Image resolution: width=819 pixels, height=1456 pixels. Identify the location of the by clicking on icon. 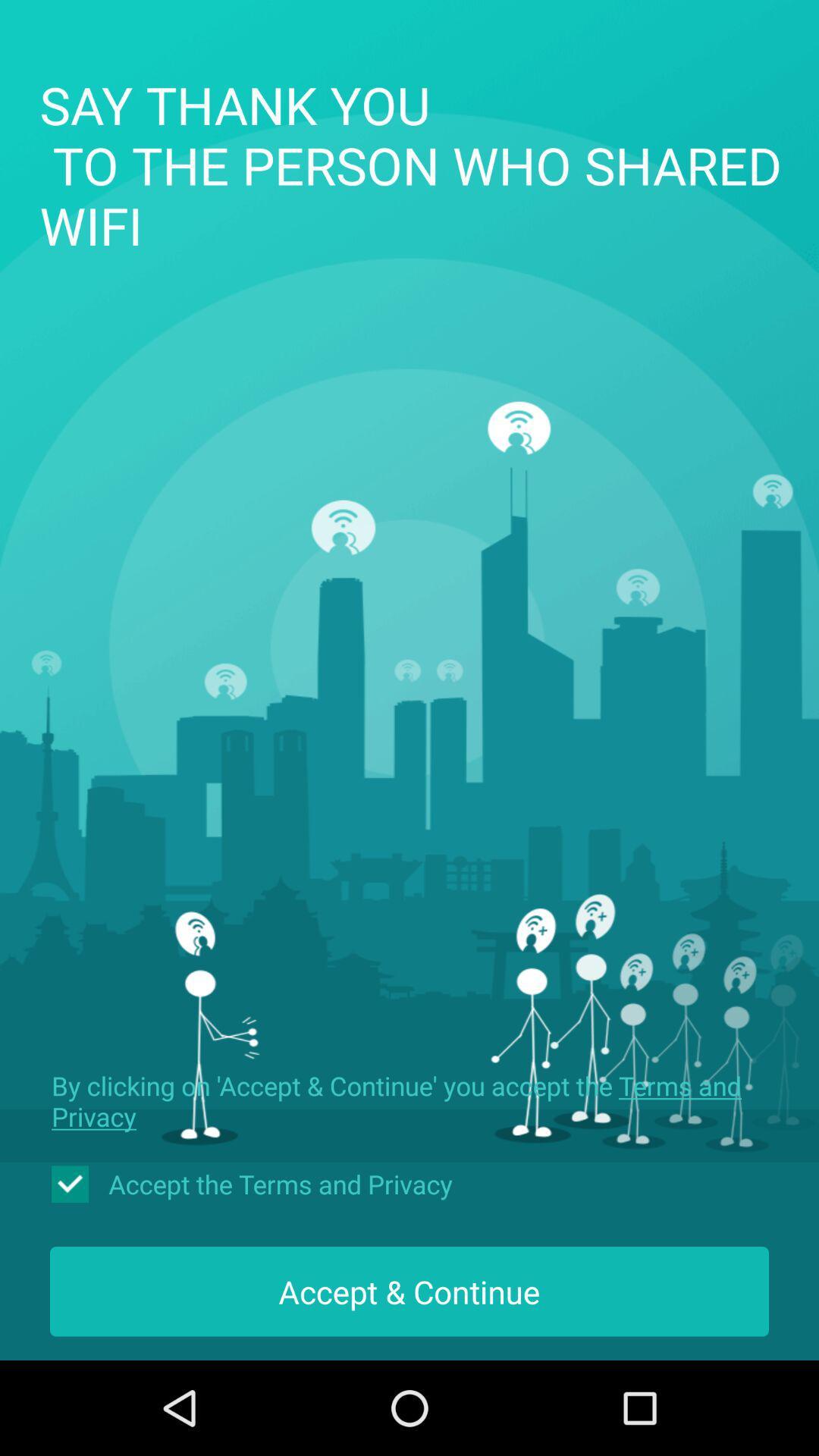
(409, 1100).